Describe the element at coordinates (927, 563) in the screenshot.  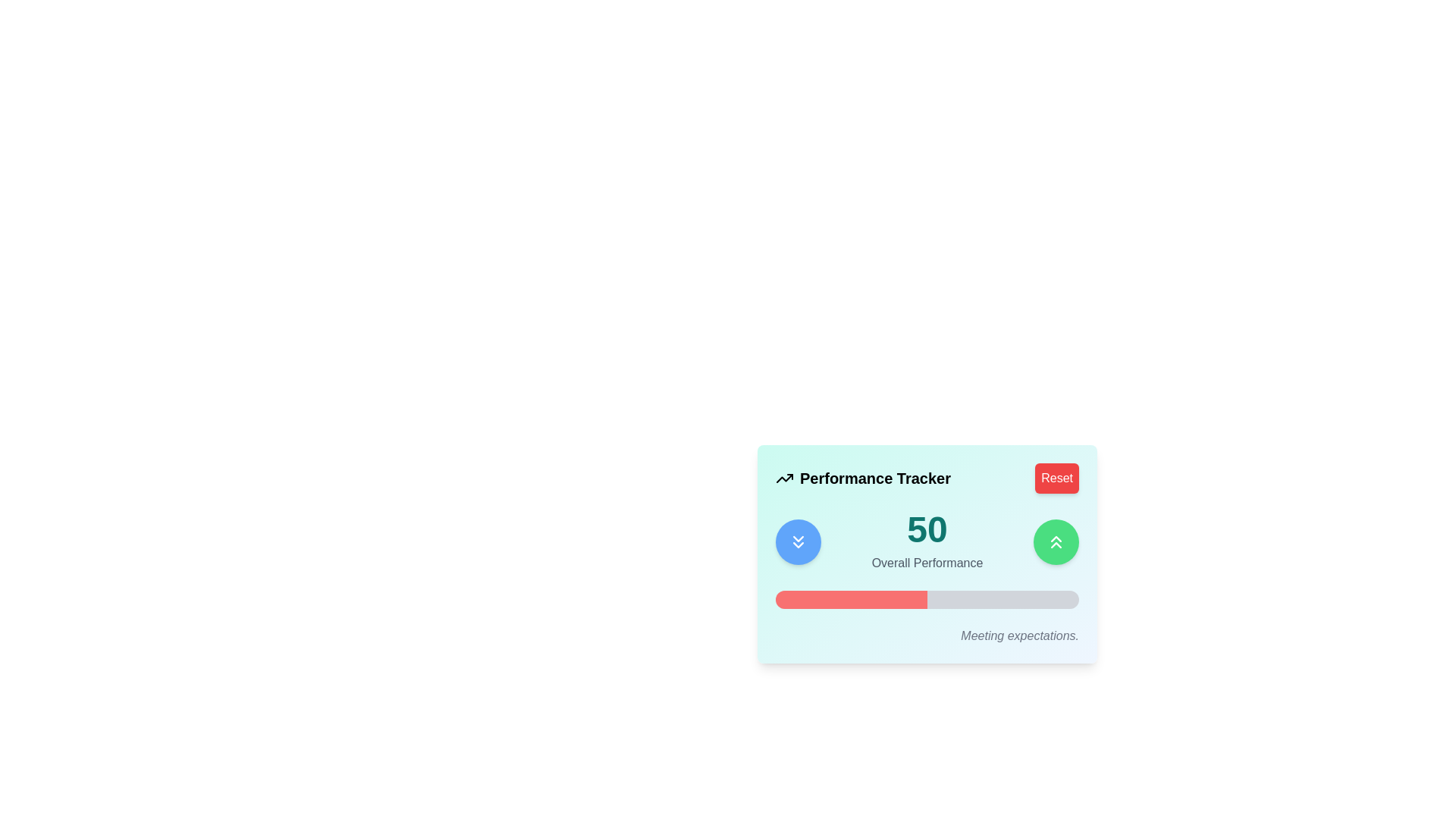
I see `the label that describes 'Overall Performance', located beneath the number '50' in the centered section of the card` at that location.